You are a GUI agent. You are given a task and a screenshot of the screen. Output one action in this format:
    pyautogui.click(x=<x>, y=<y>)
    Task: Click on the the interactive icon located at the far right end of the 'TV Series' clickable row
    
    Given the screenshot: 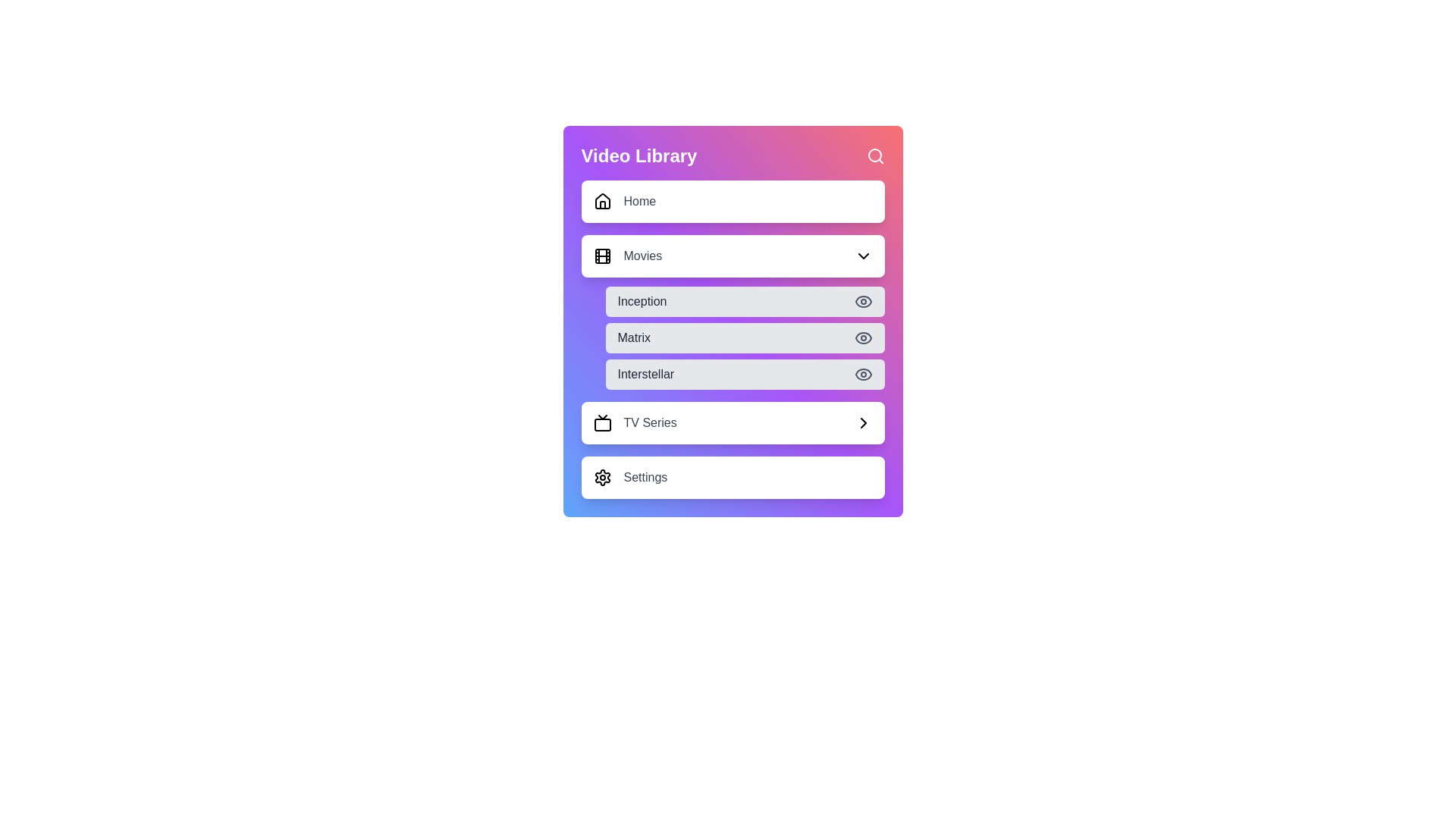 What is the action you would take?
    pyautogui.click(x=863, y=423)
    